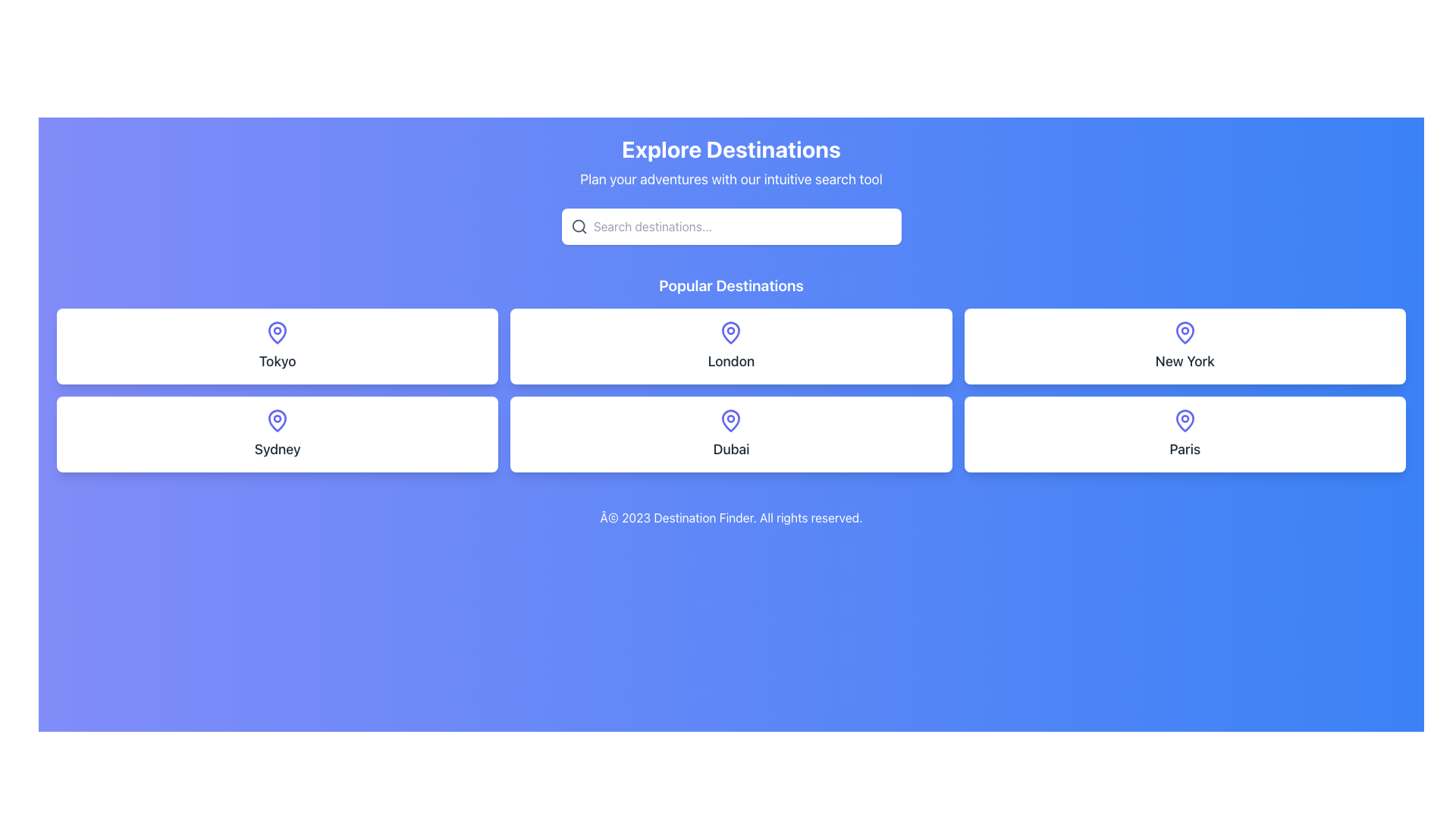  I want to click on the New York card in the first row and third column of the grid, so click(1184, 346).